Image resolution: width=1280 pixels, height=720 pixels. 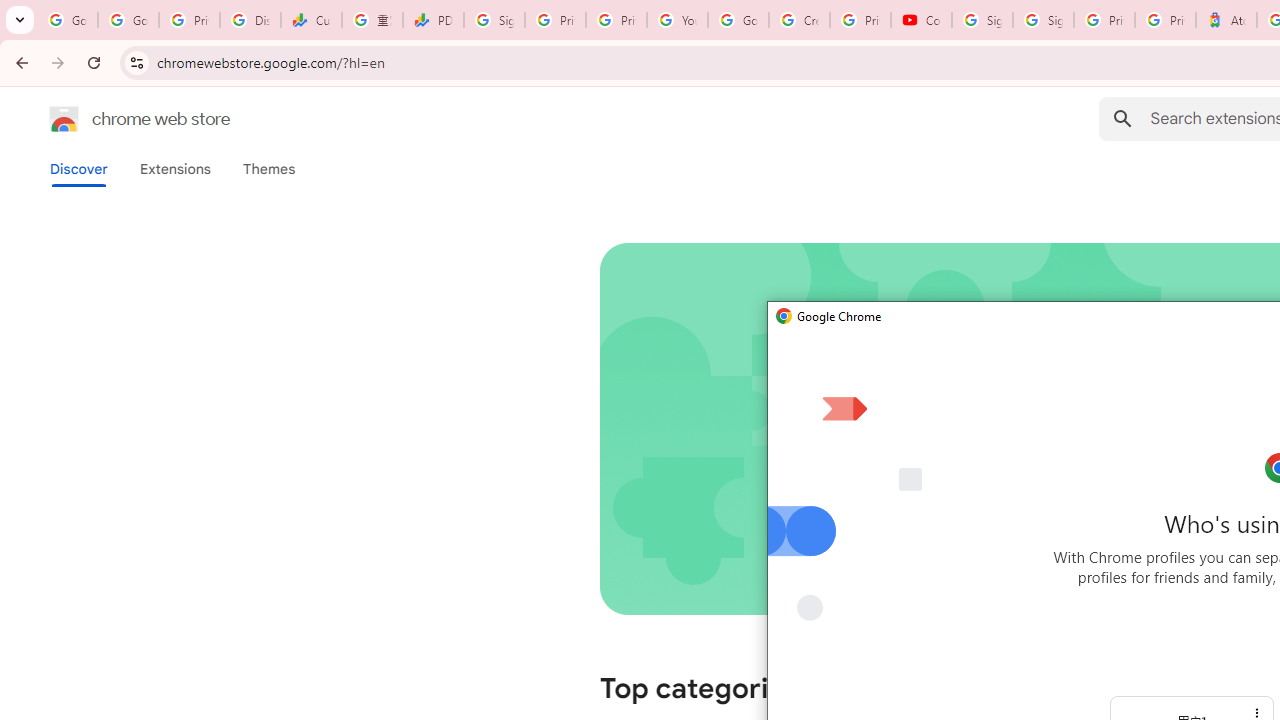 I want to click on 'Atour Hotel - Google hotels', so click(x=1225, y=20).